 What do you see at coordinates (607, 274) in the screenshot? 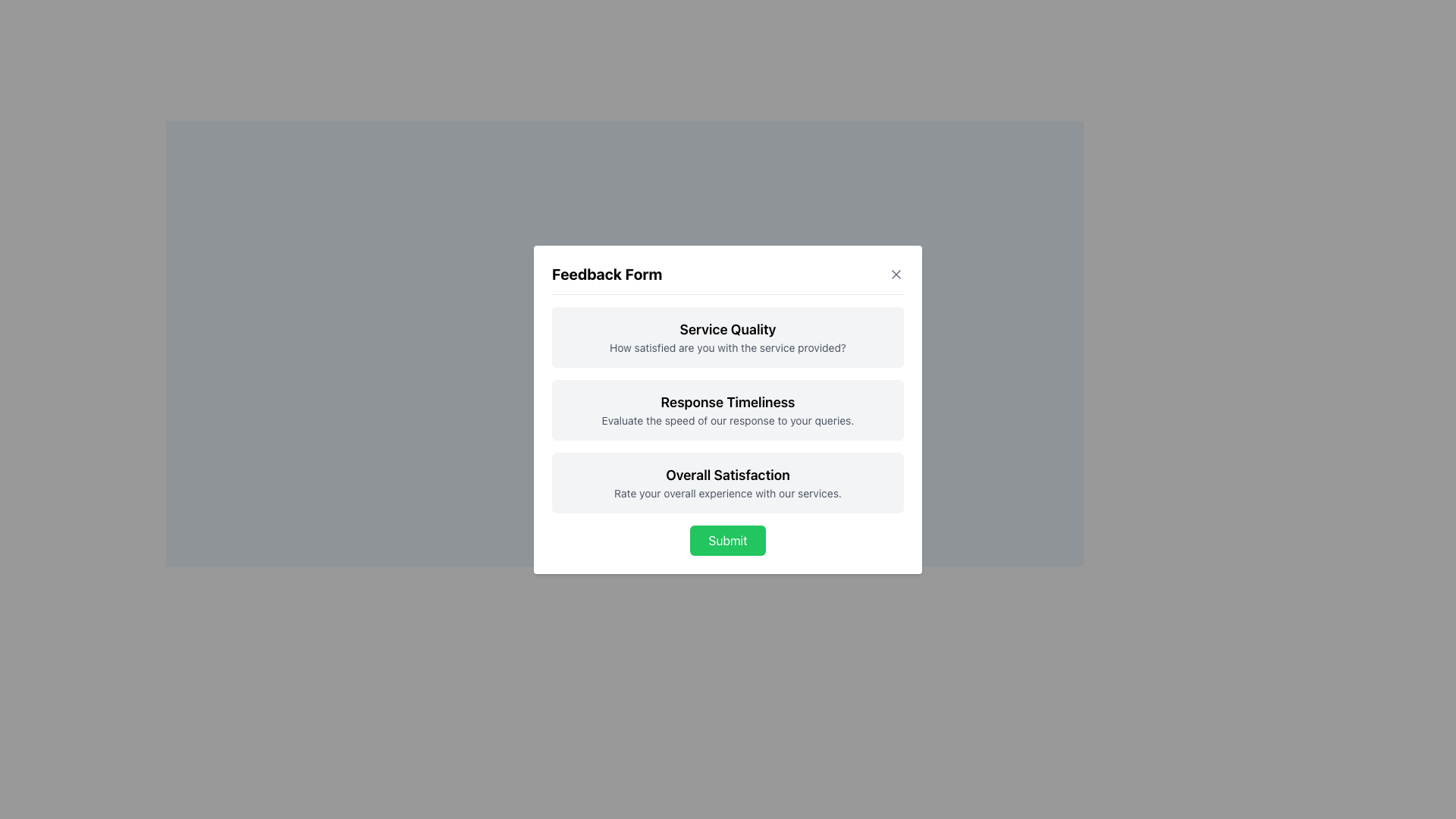
I see `static text element that serves as the title for the feedback modal, located at the top-left corner of the modal dialog` at bounding box center [607, 274].